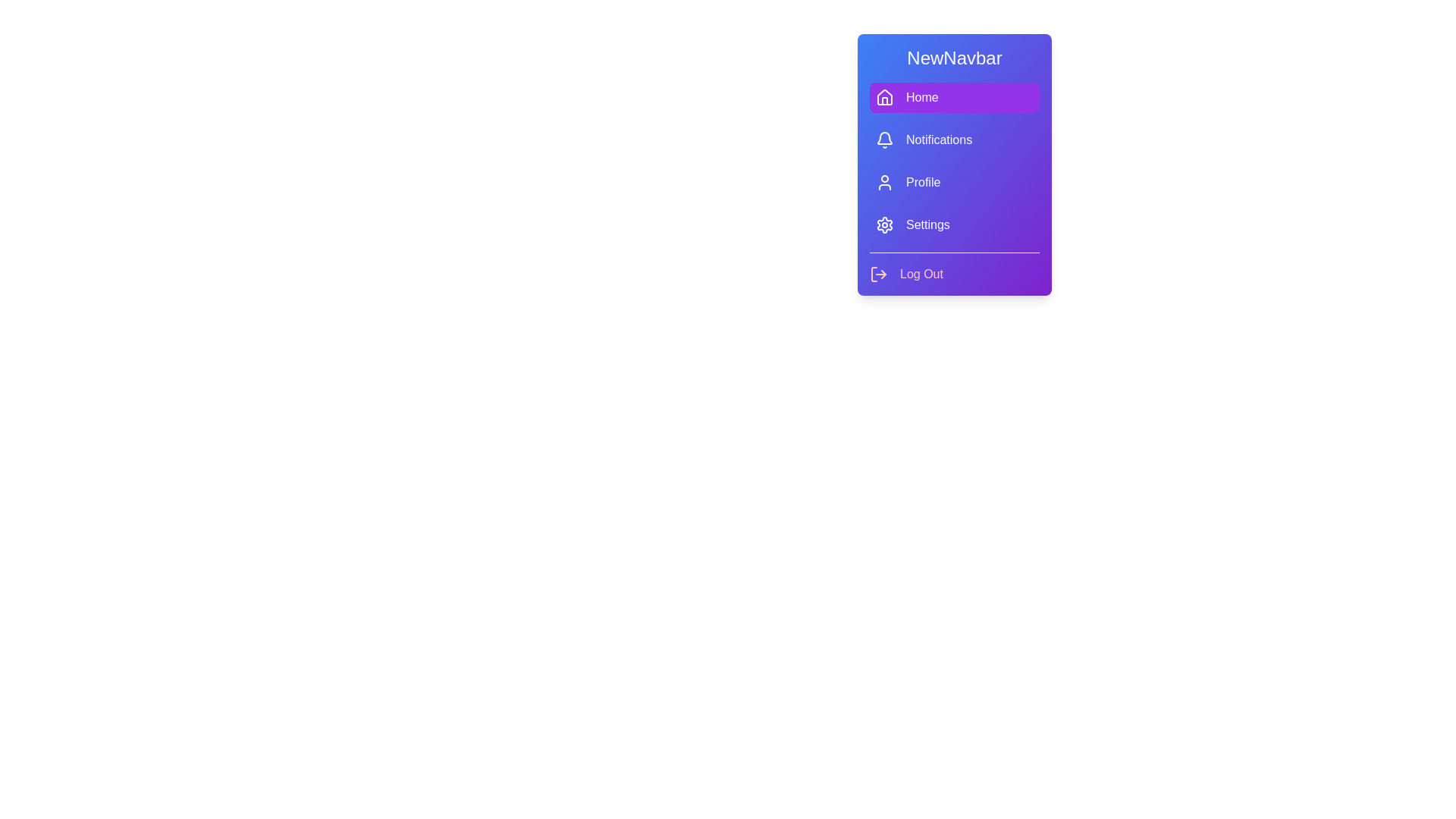 The image size is (1456, 819). Describe the element at coordinates (878, 275) in the screenshot. I see `the arrow icon next to the 'Log Out' text for accessibility purposes` at that location.